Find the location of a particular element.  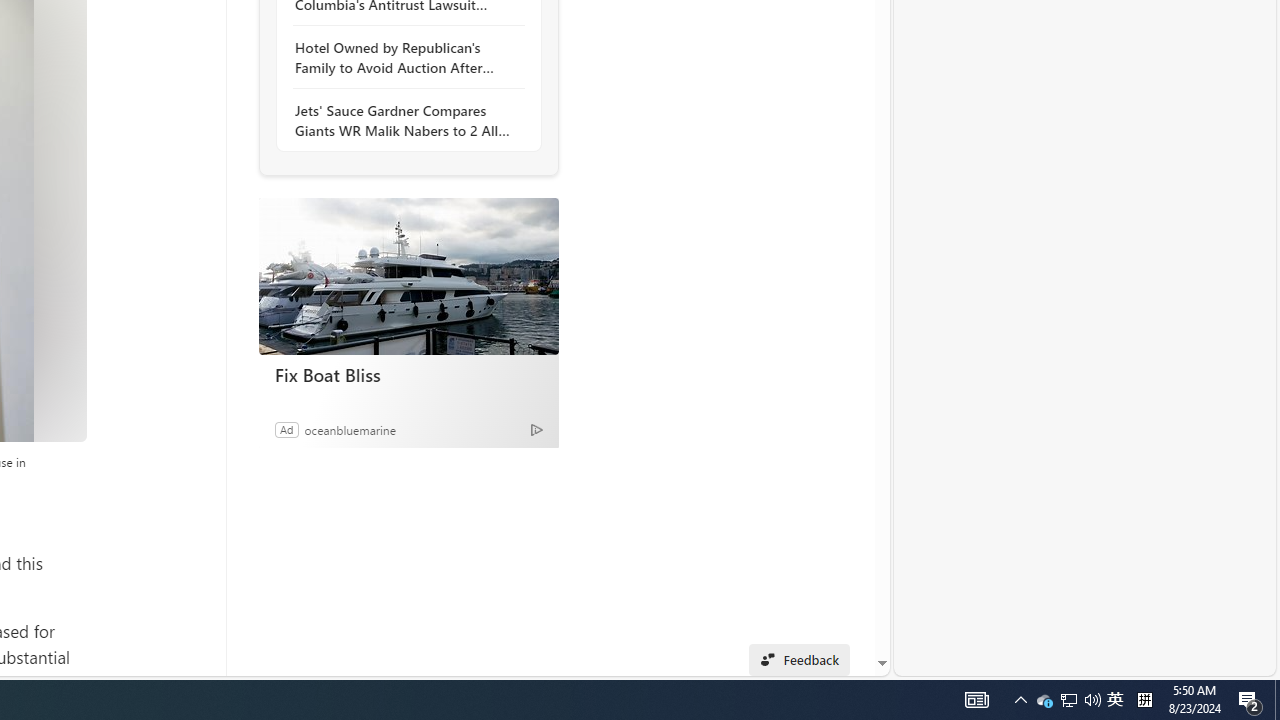

'Ad Choice' is located at coordinates (536, 428).